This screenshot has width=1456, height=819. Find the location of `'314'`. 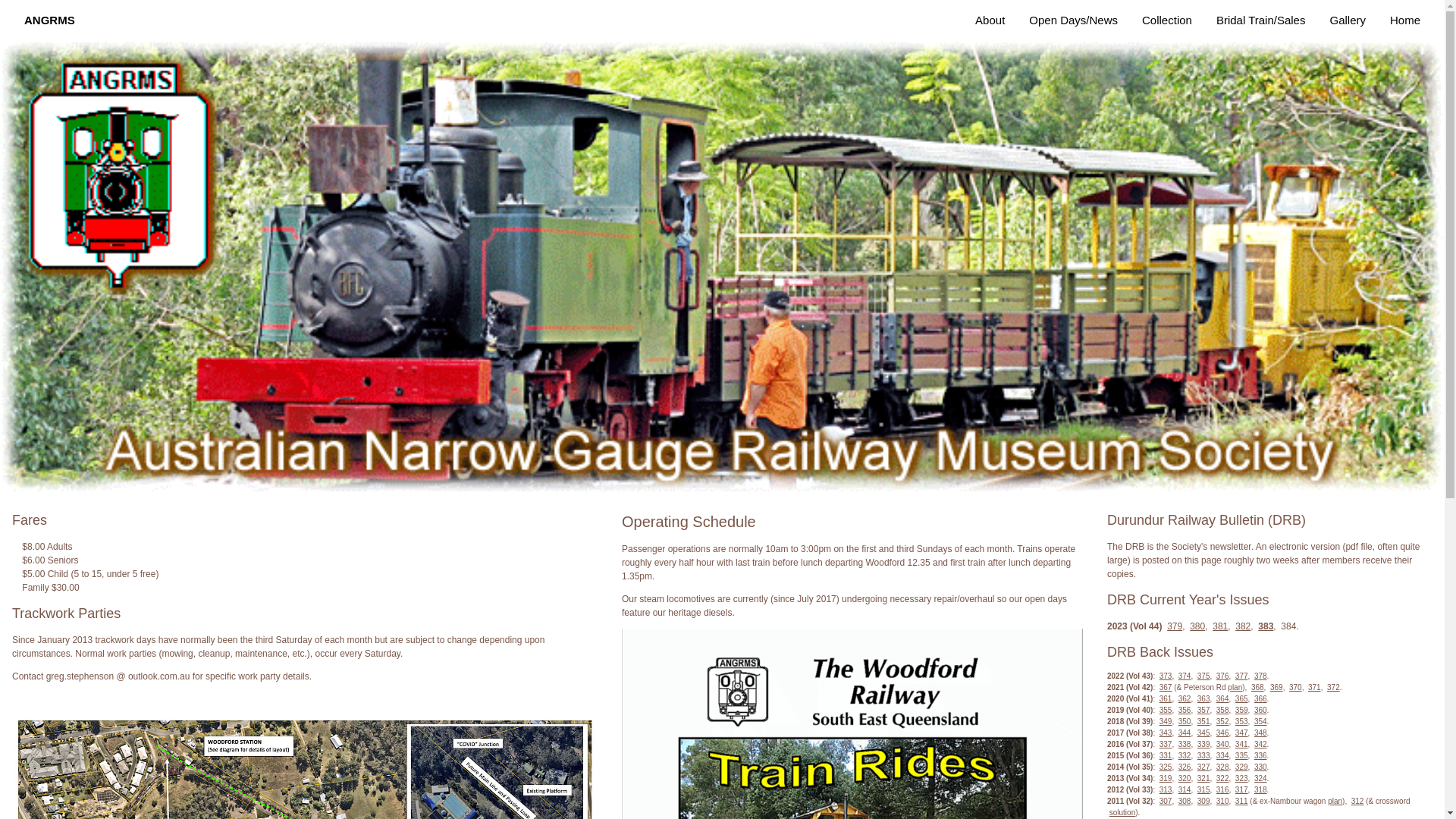

'314' is located at coordinates (1184, 789).